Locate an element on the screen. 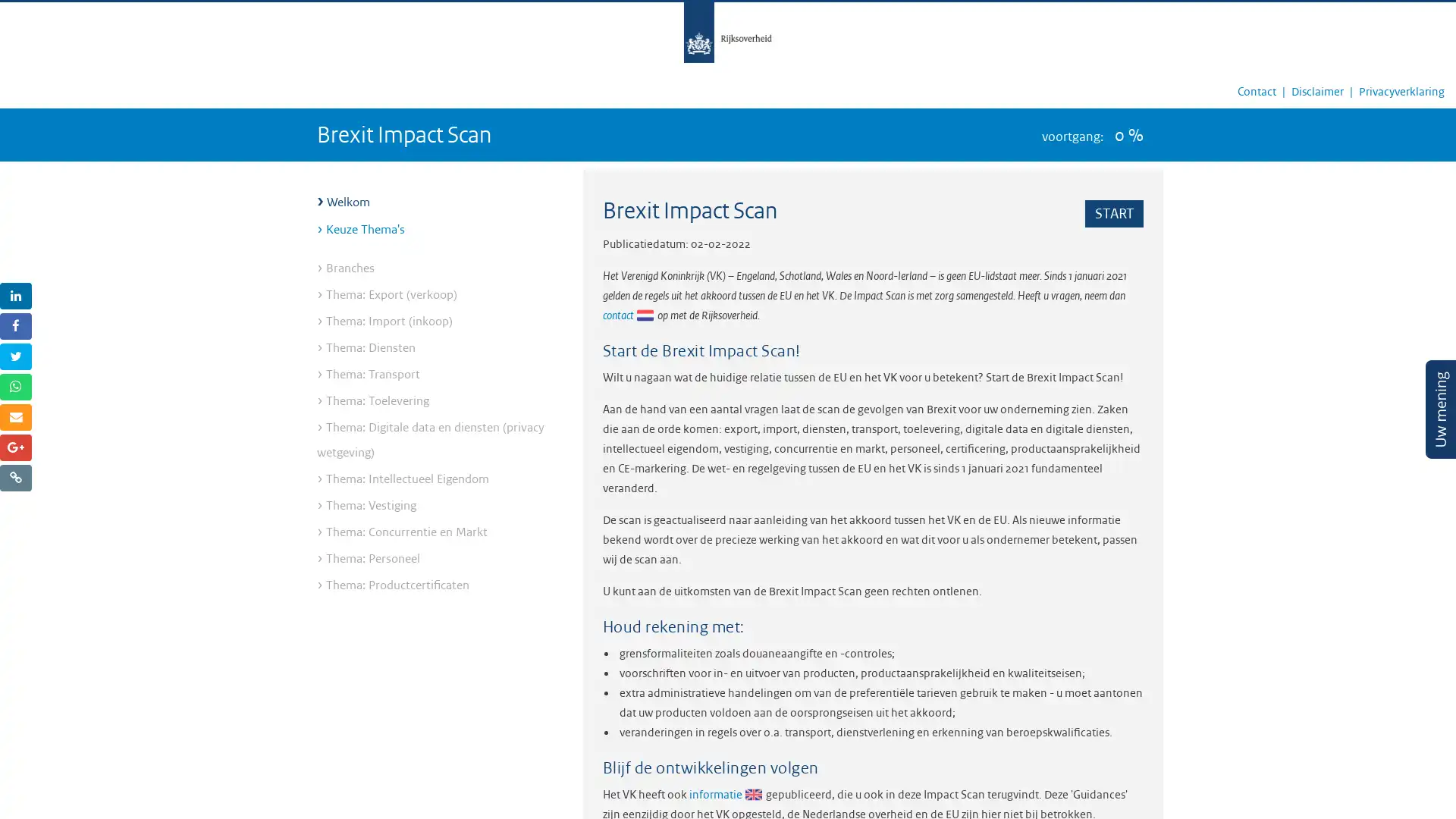 The width and height of the screenshot is (1456, 819). Thema: Diensten is located at coordinates (436, 347).